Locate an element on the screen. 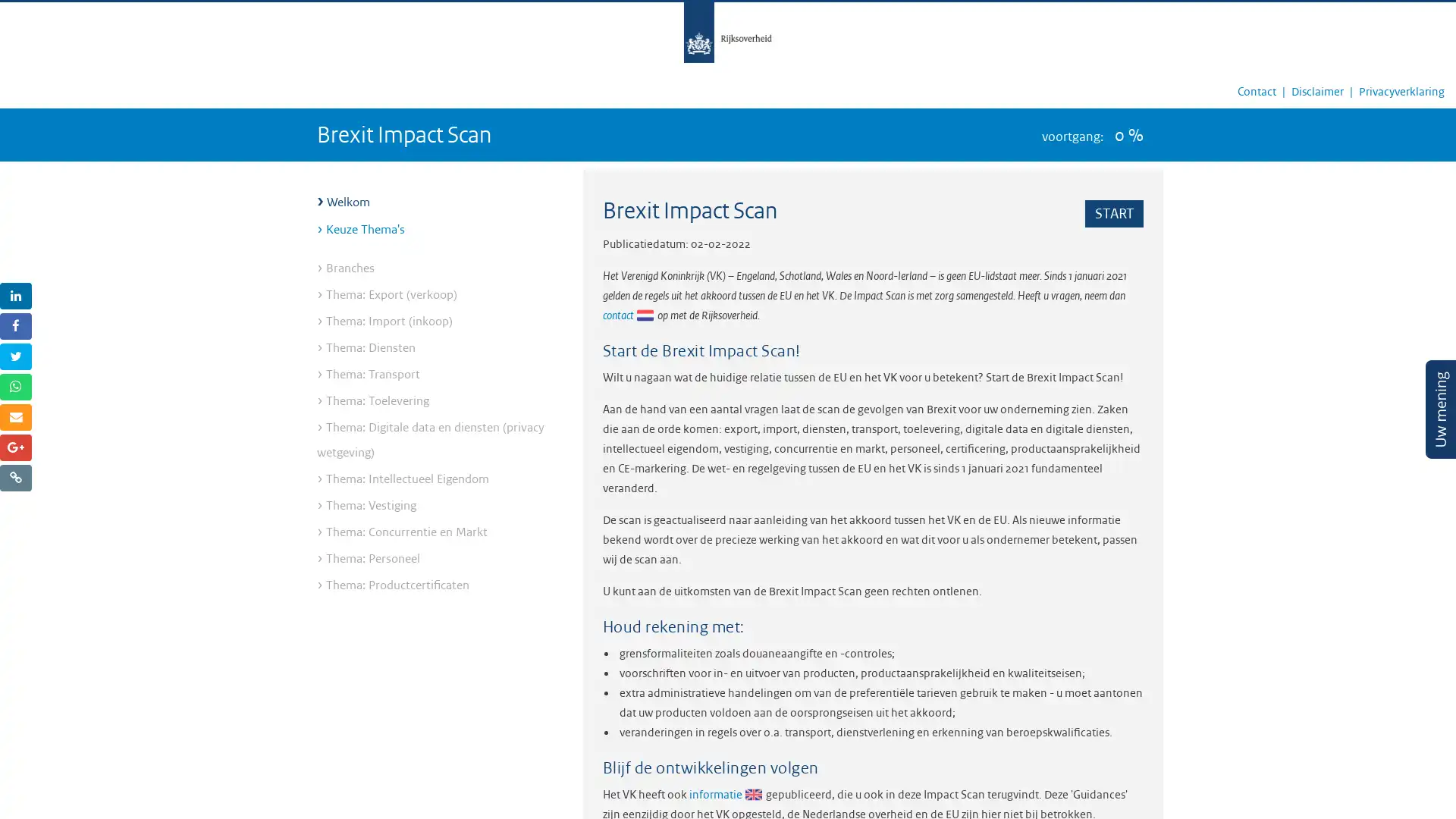 The width and height of the screenshot is (1456, 819). Thema: Diensten is located at coordinates (436, 347).